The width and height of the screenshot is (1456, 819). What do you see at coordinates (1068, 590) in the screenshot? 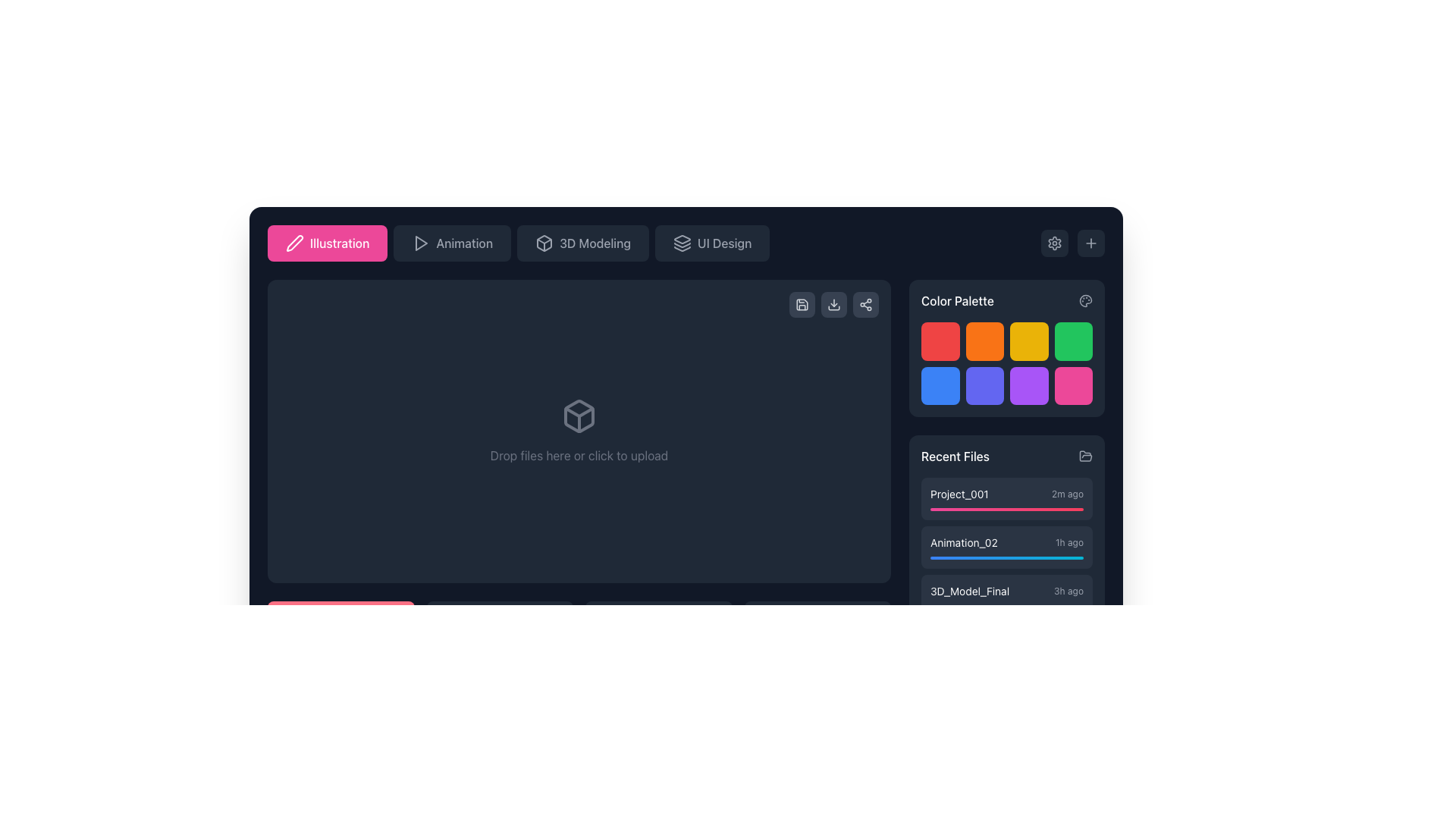
I see `the light gray text label displaying '3h ago', which is positioned to the right of the '3D_Model_Final' label in the 'Recent Files' section of the right sidebar` at bounding box center [1068, 590].